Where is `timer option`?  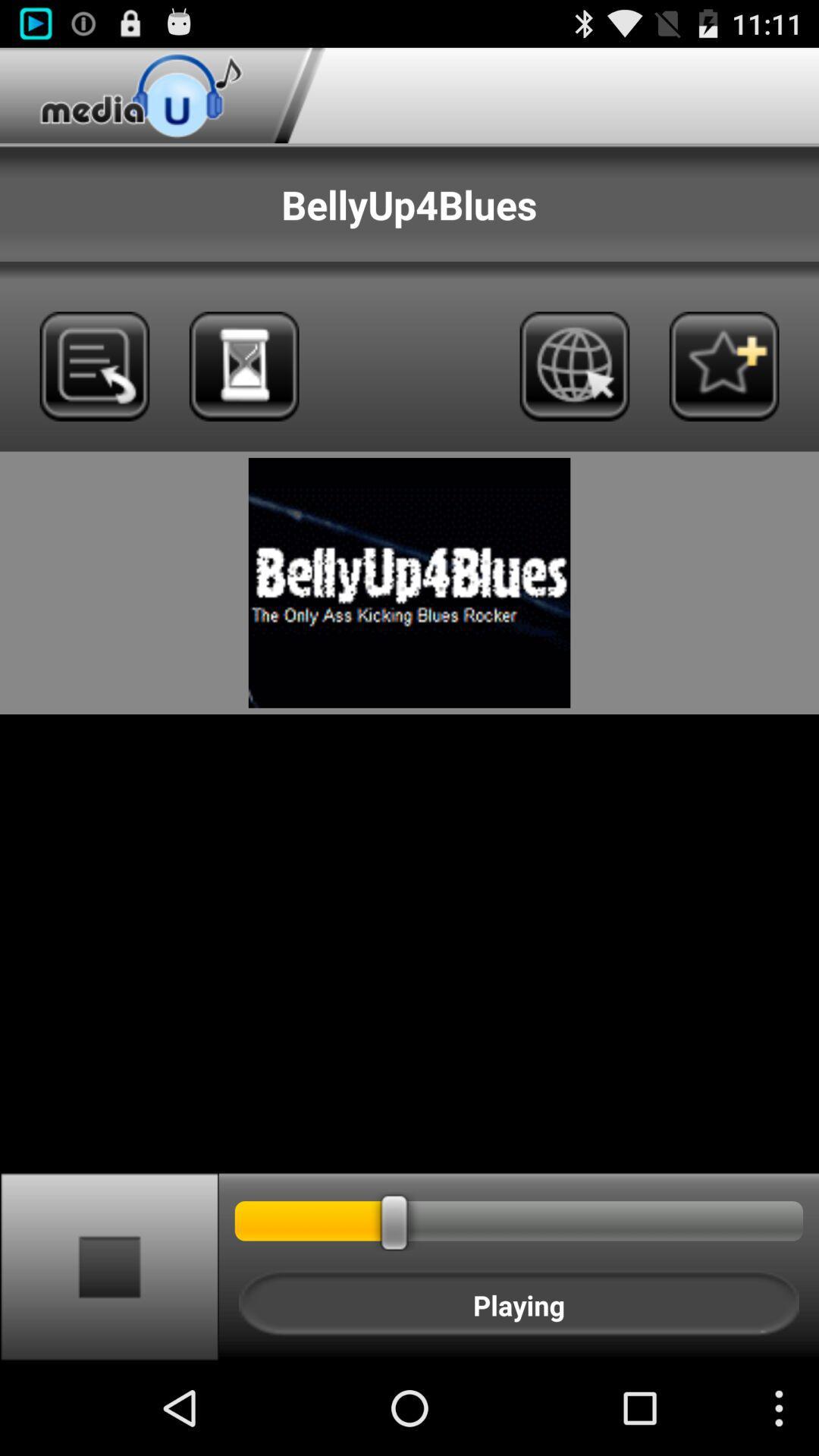
timer option is located at coordinates (243, 366).